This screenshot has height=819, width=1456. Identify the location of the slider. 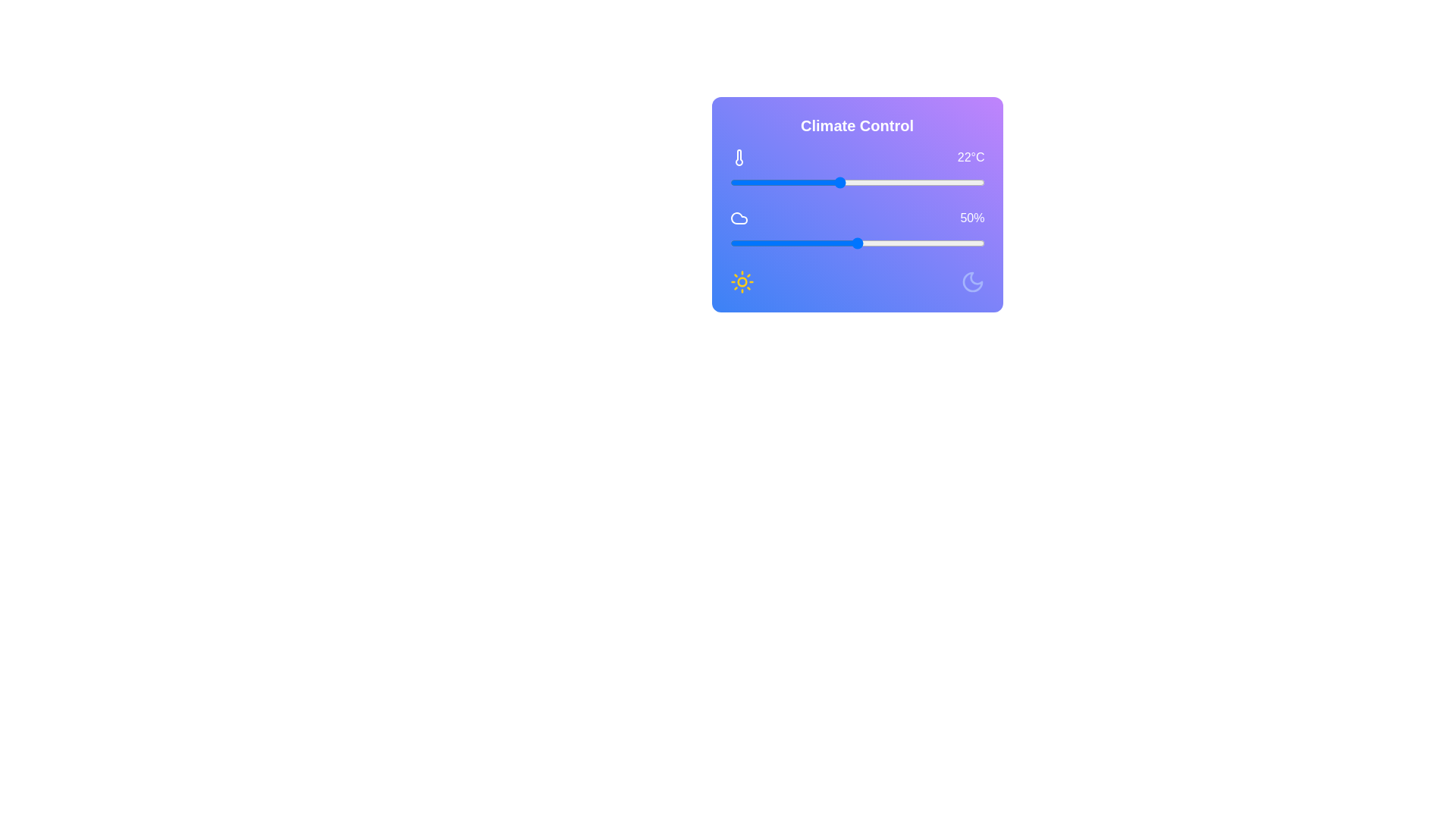
(883, 242).